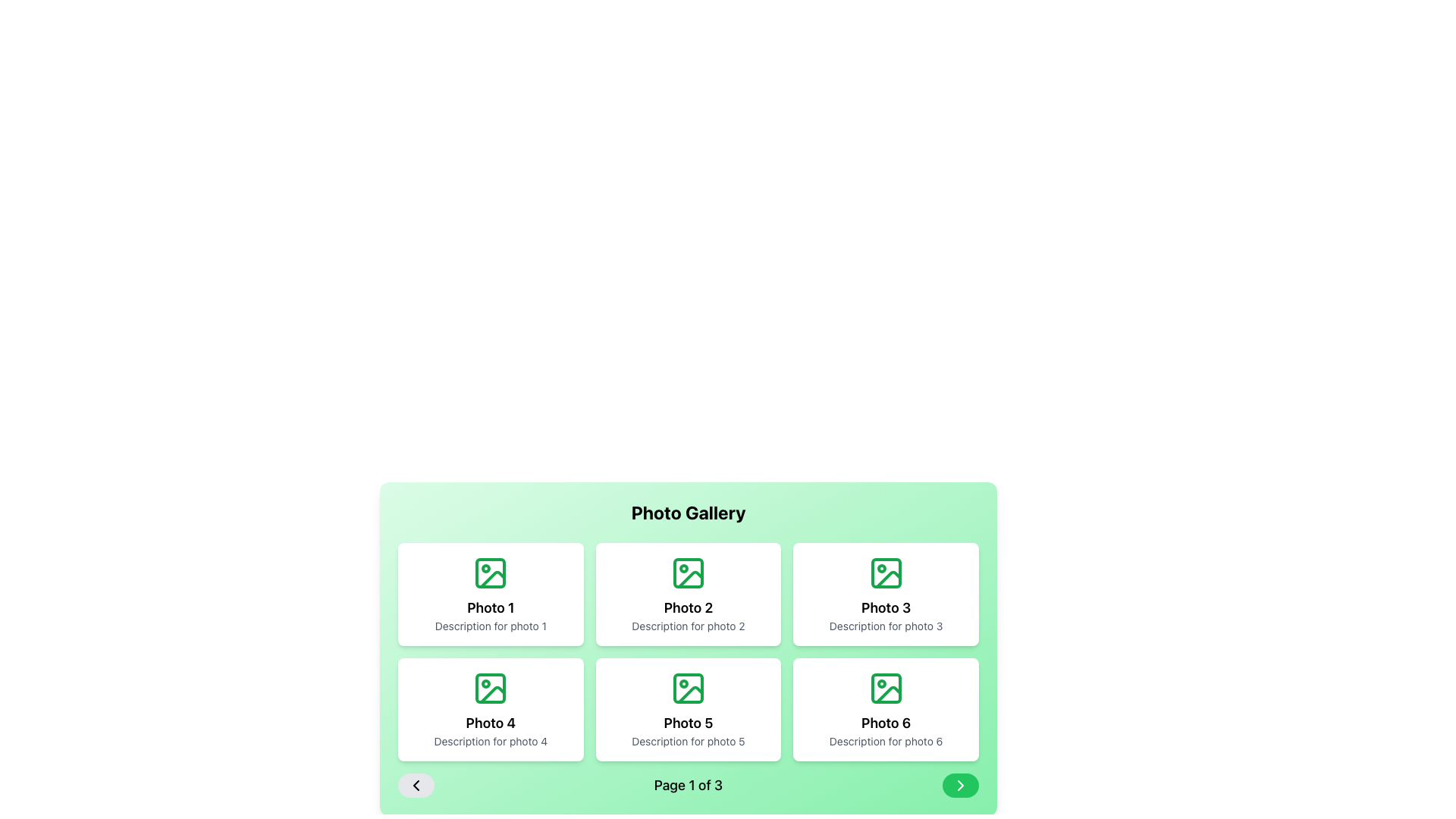  I want to click on the sixth Card component in the bottom-right corner of a 2-row, 3-column grid, so click(885, 710).